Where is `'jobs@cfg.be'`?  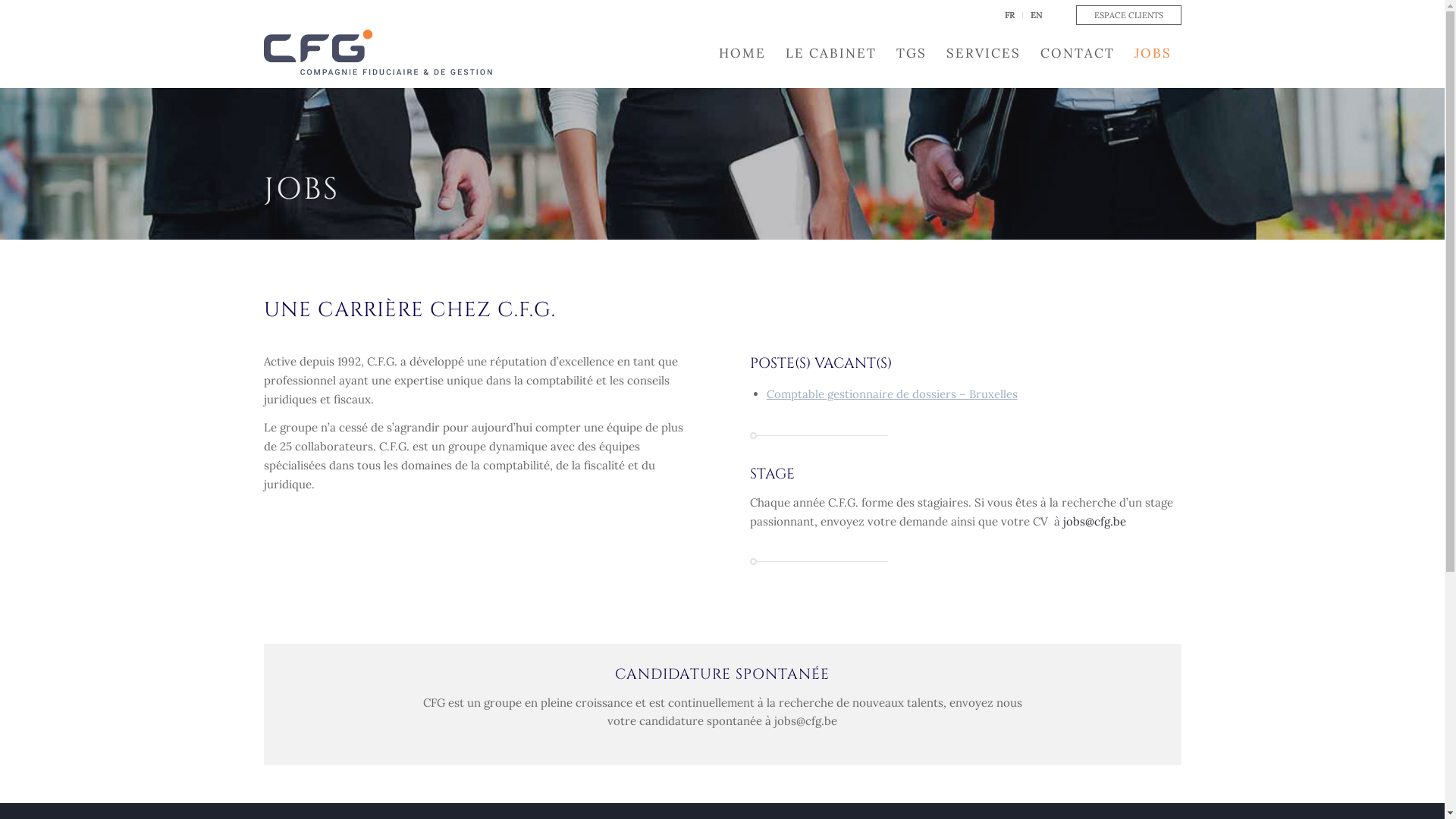
'jobs@cfg.be' is located at coordinates (1094, 520).